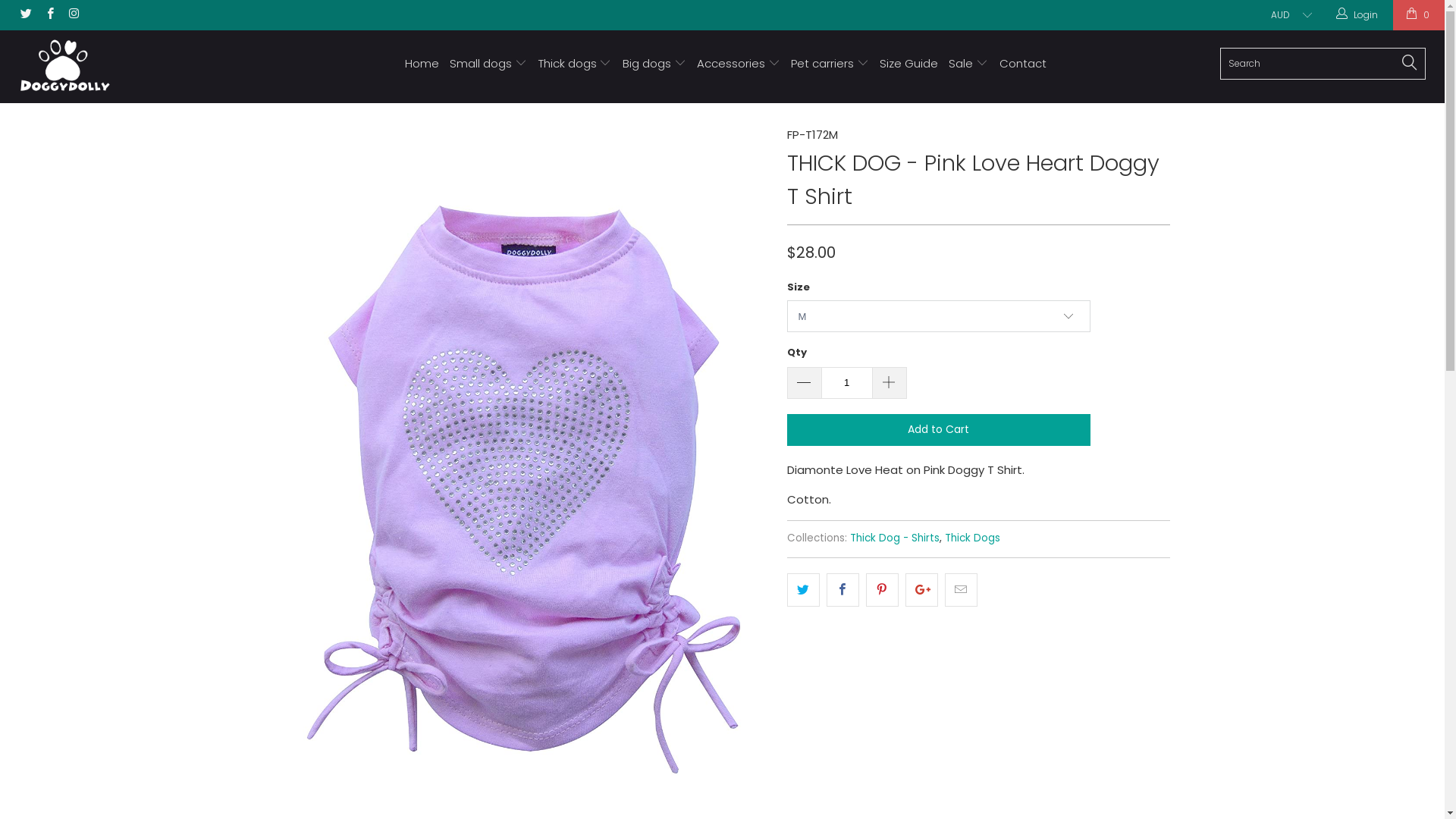 Image resolution: width=1456 pixels, height=819 pixels. I want to click on 'Login', so click(1335, 14).